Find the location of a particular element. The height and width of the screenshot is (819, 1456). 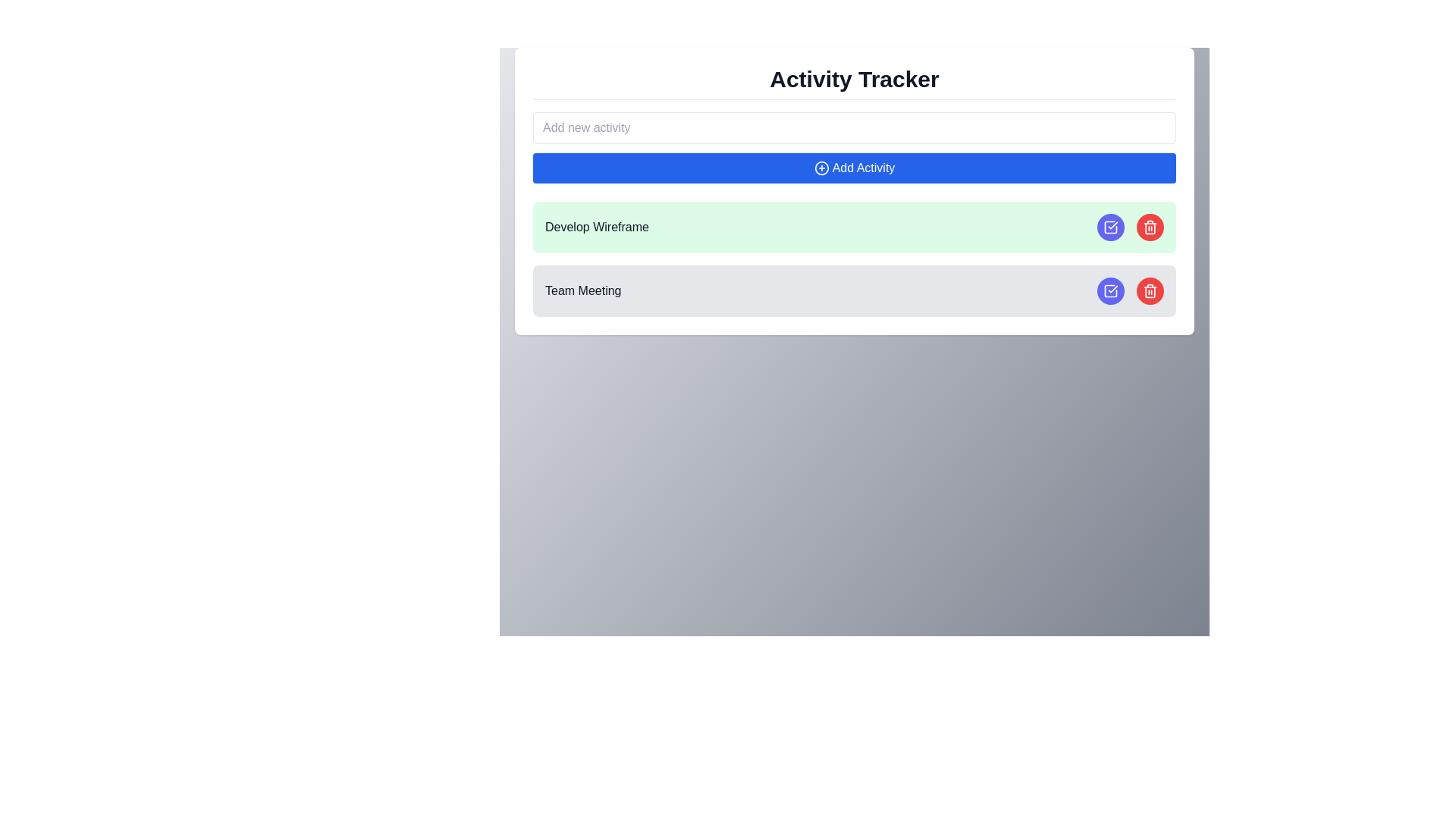

the button that marks the task as completed, located as the first action button on the right side of the task row is located at coordinates (1110, 227).